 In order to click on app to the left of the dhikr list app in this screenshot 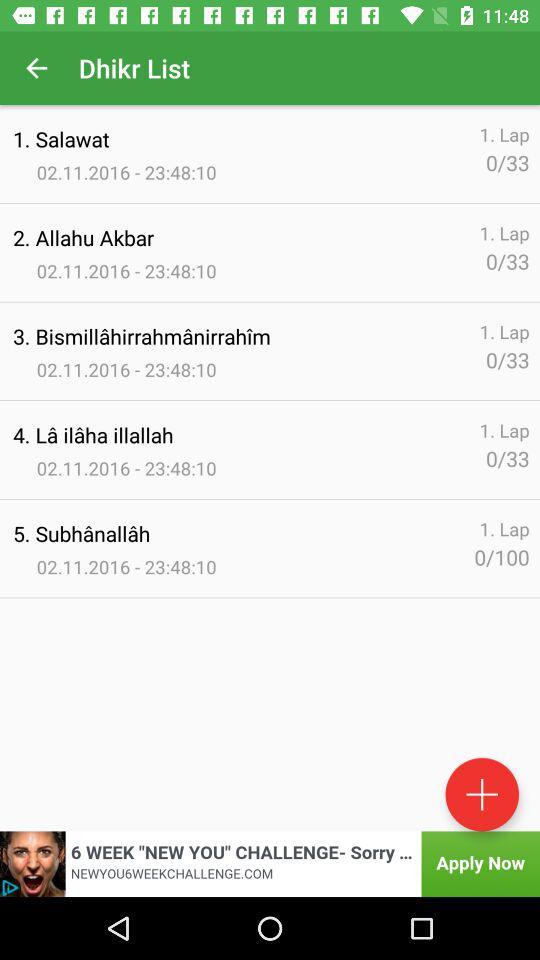, I will do `click(36, 68)`.